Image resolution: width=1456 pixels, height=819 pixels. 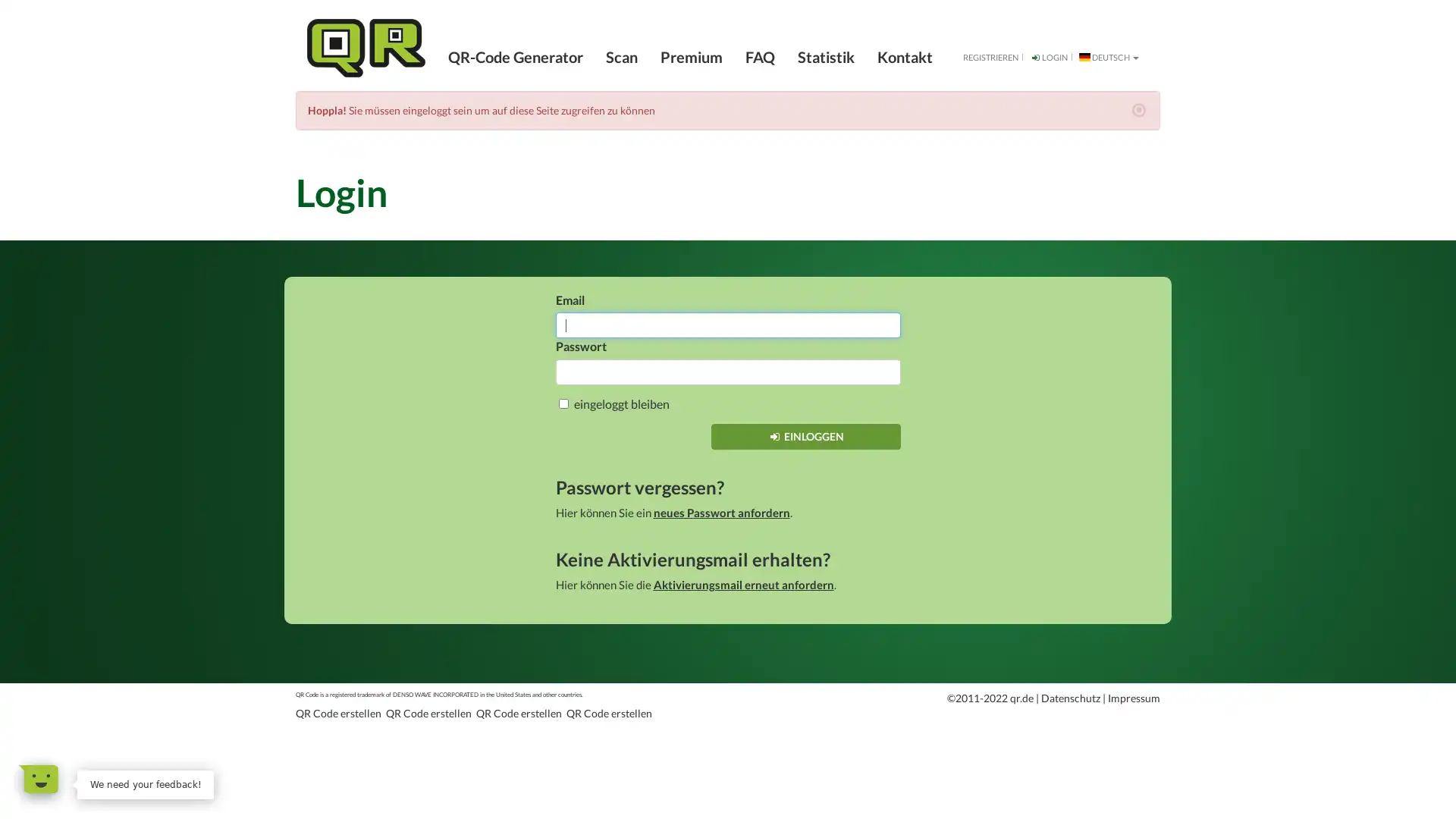 What do you see at coordinates (804, 436) in the screenshot?
I see `EINLOGGEN` at bounding box center [804, 436].